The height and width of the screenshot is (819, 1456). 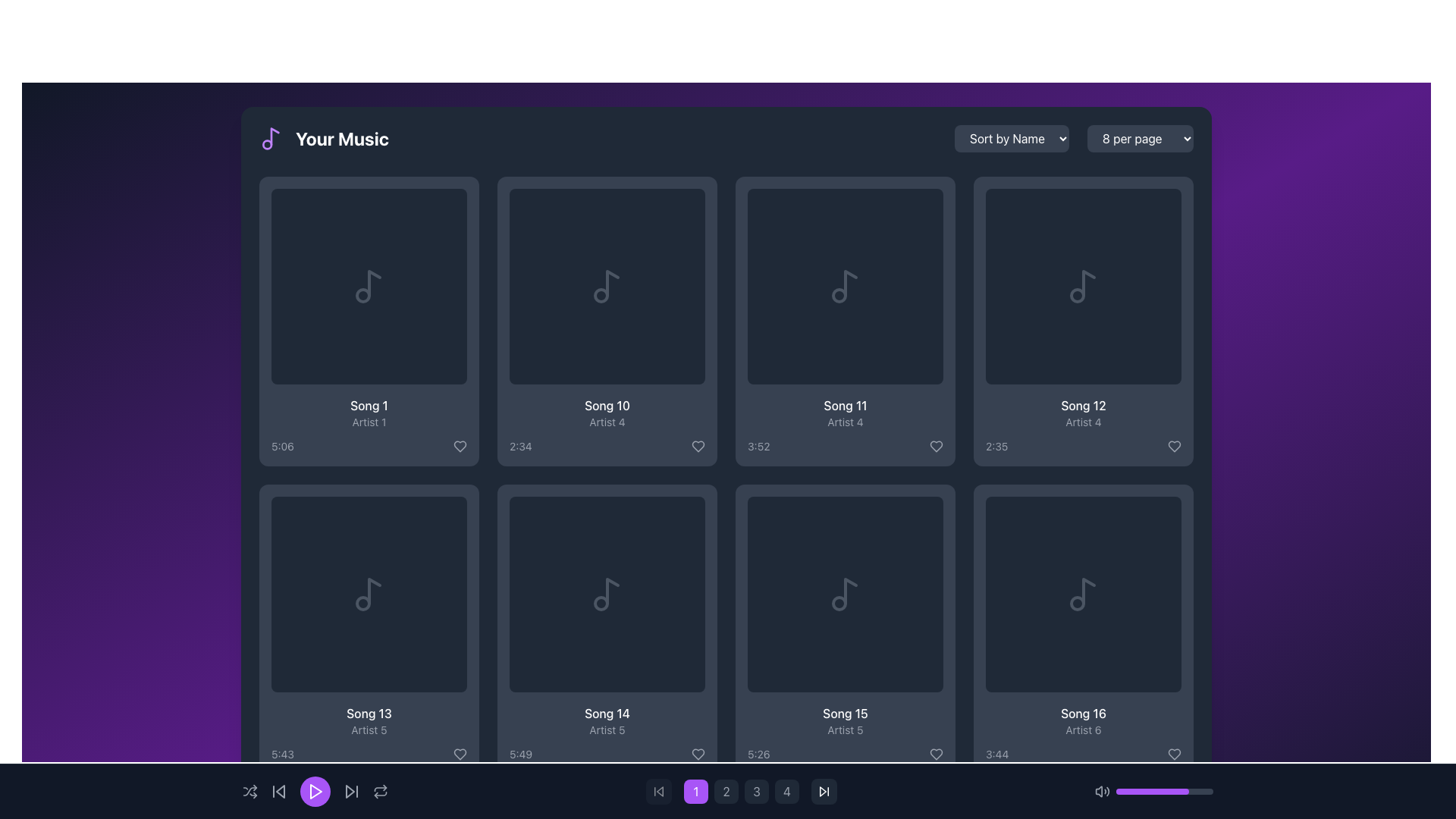 What do you see at coordinates (728, 791) in the screenshot?
I see `the button labeled '2', which is a rectangular button with a dark background and the text '2' in the center` at bounding box center [728, 791].